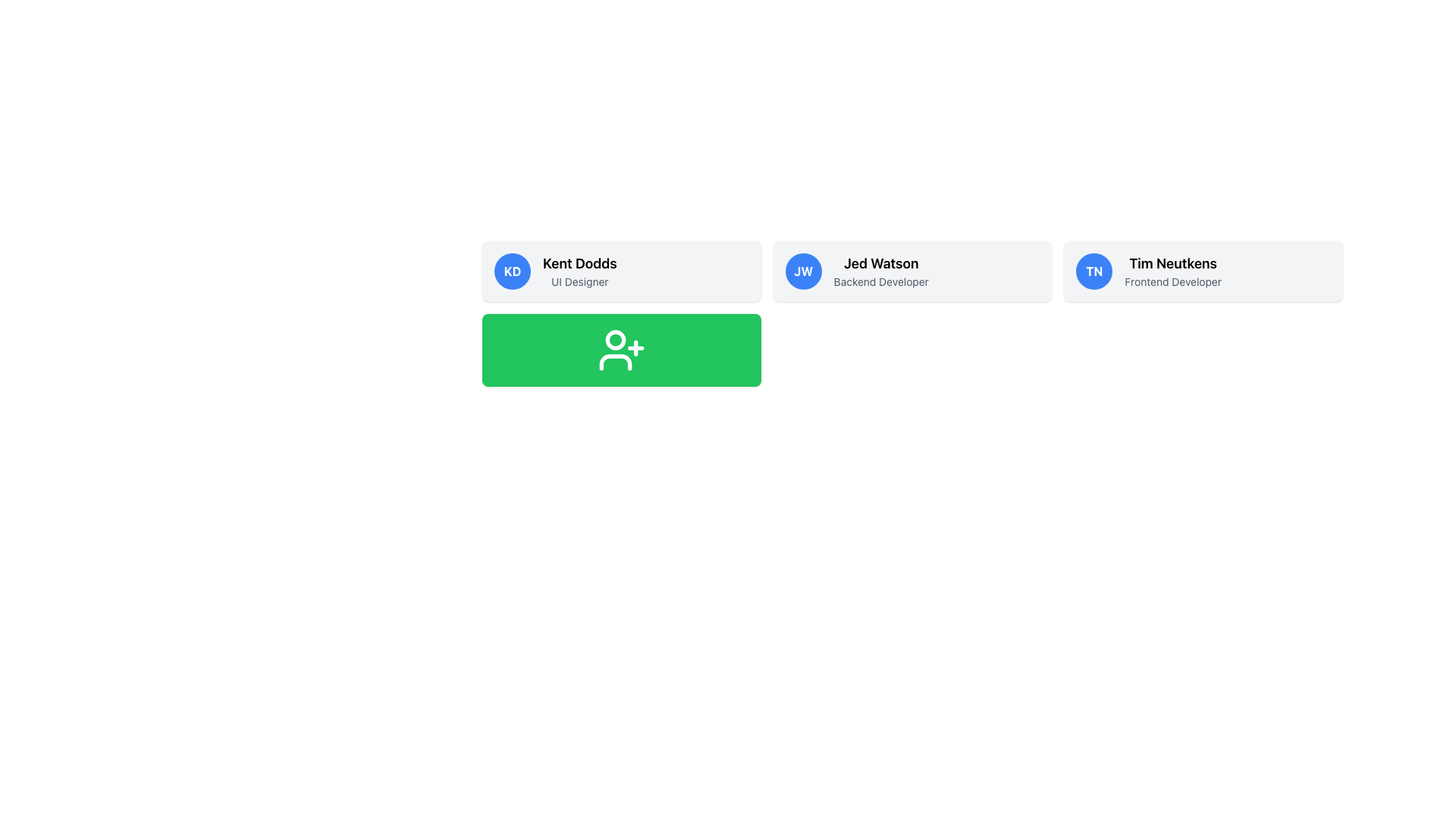 The width and height of the screenshot is (1456, 819). What do you see at coordinates (881, 262) in the screenshot?
I see `the text label displaying 'Jed Watson', which is part of the second user profile card and is centrally aligned at the top of the card` at bounding box center [881, 262].